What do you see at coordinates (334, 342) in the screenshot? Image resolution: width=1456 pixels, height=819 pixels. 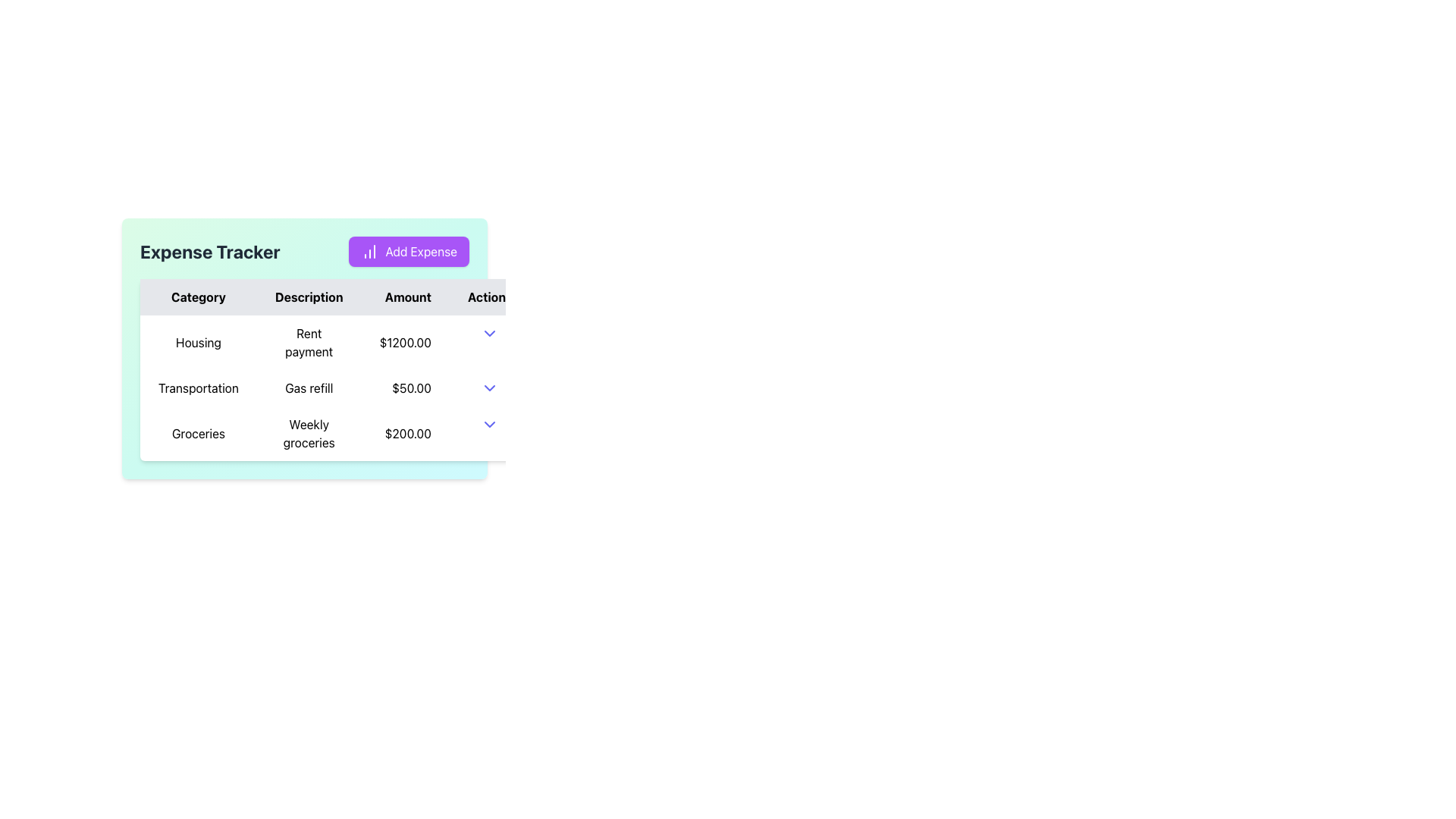 I see `the first row of the expenses table containing the category 'Housing', description 'Rent payment', and amount '$1200.00'` at bounding box center [334, 342].